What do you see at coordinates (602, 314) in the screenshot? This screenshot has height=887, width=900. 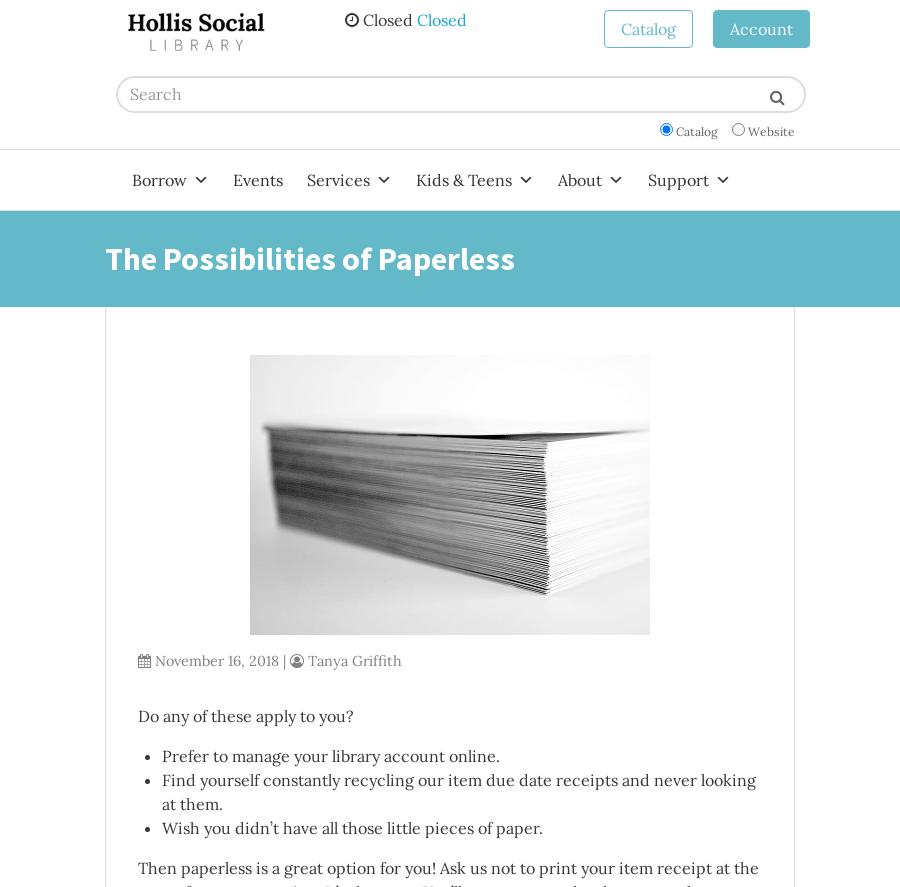 I see `'Friends of the Library'` at bounding box center [602, 314].